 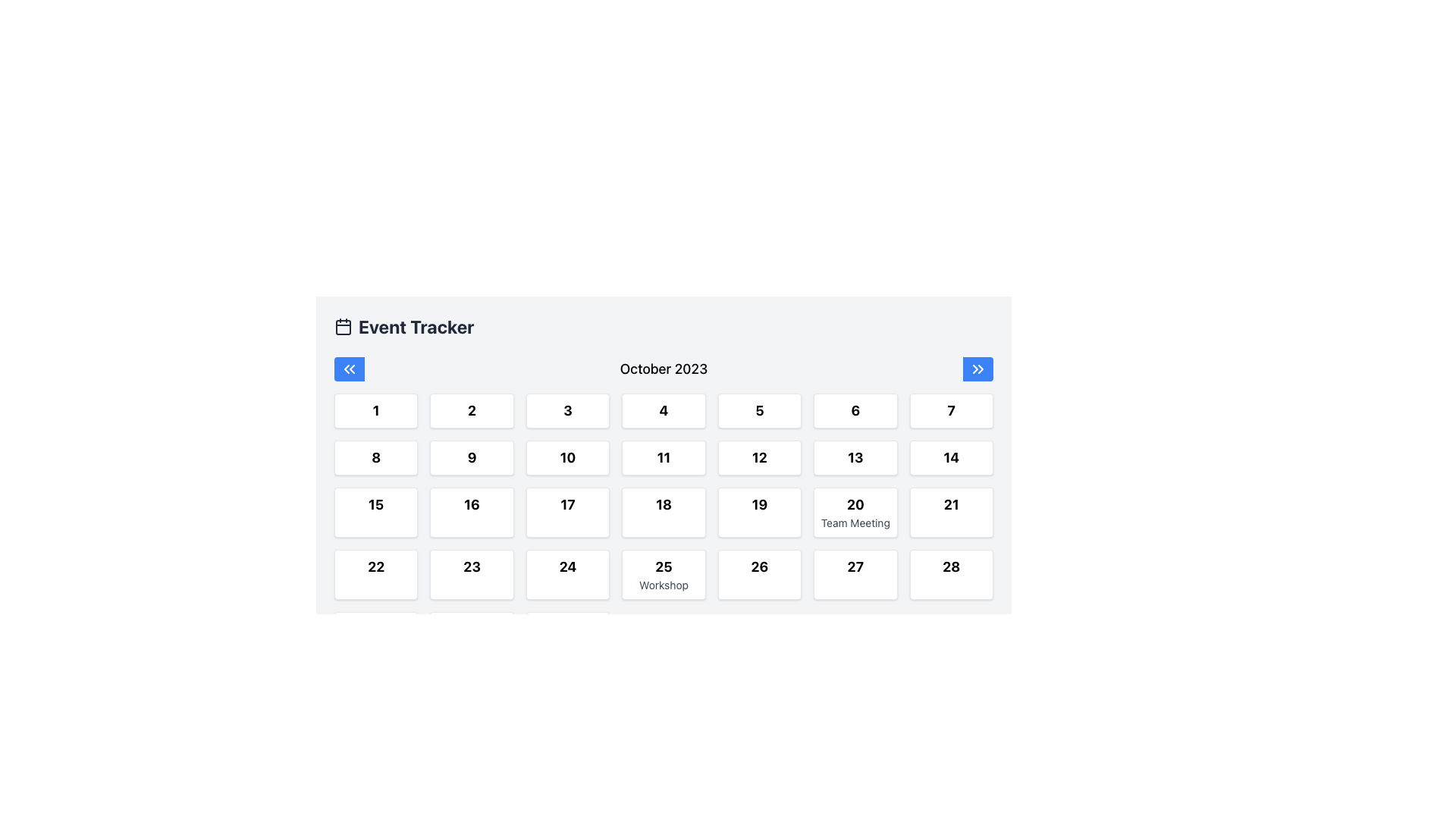 What do you see at coordinates (342, 327) in the screenshot?
I see `the calendar icon element in the SVG graphic that represents a calendar, located to the left of the 'Event Tracker' label` at bounding box center [342, 327].